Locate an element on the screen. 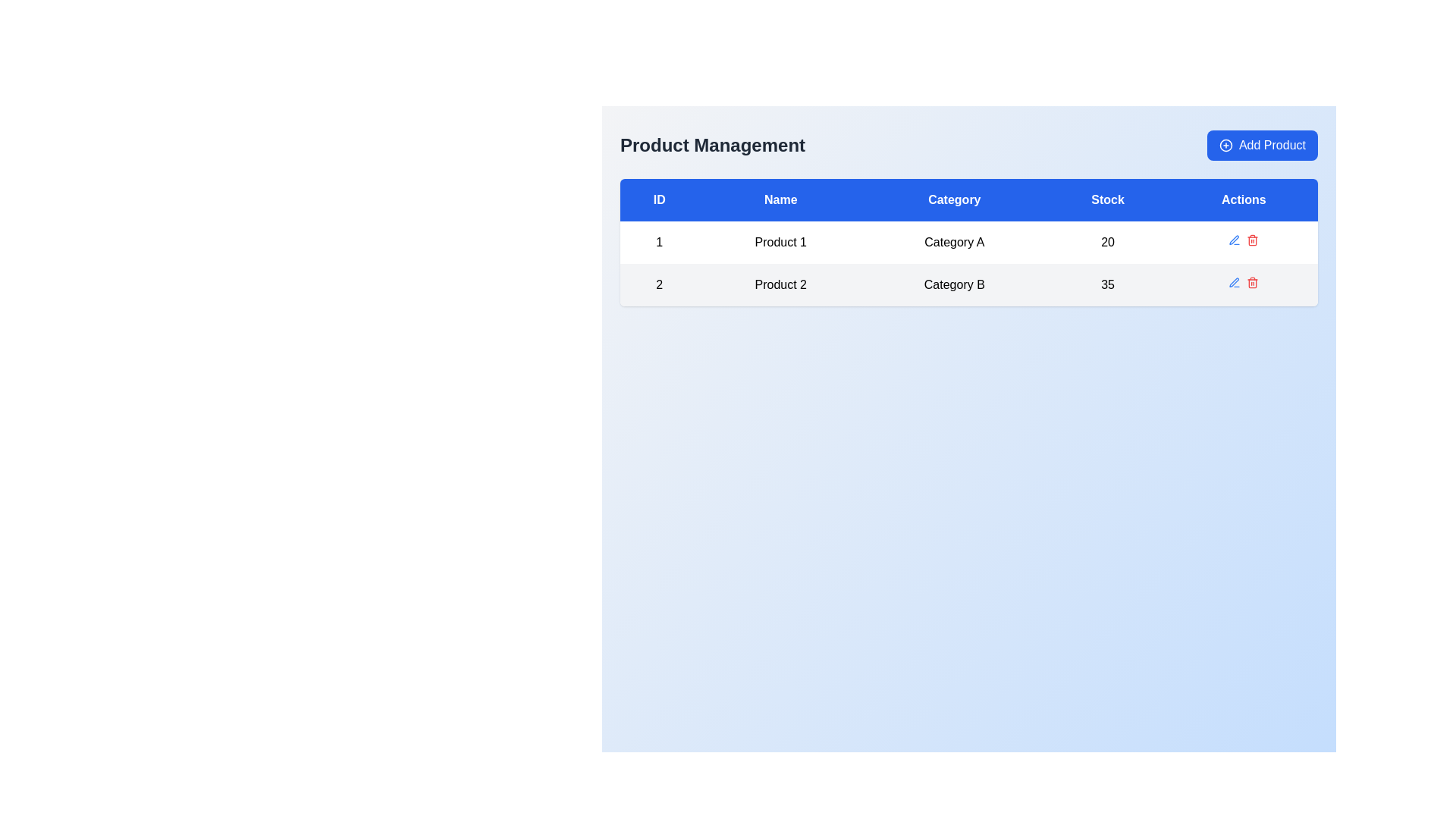 The height and width of the screenshot is (819, 1456). the first data row in the table is located at coordinates (968, 262).